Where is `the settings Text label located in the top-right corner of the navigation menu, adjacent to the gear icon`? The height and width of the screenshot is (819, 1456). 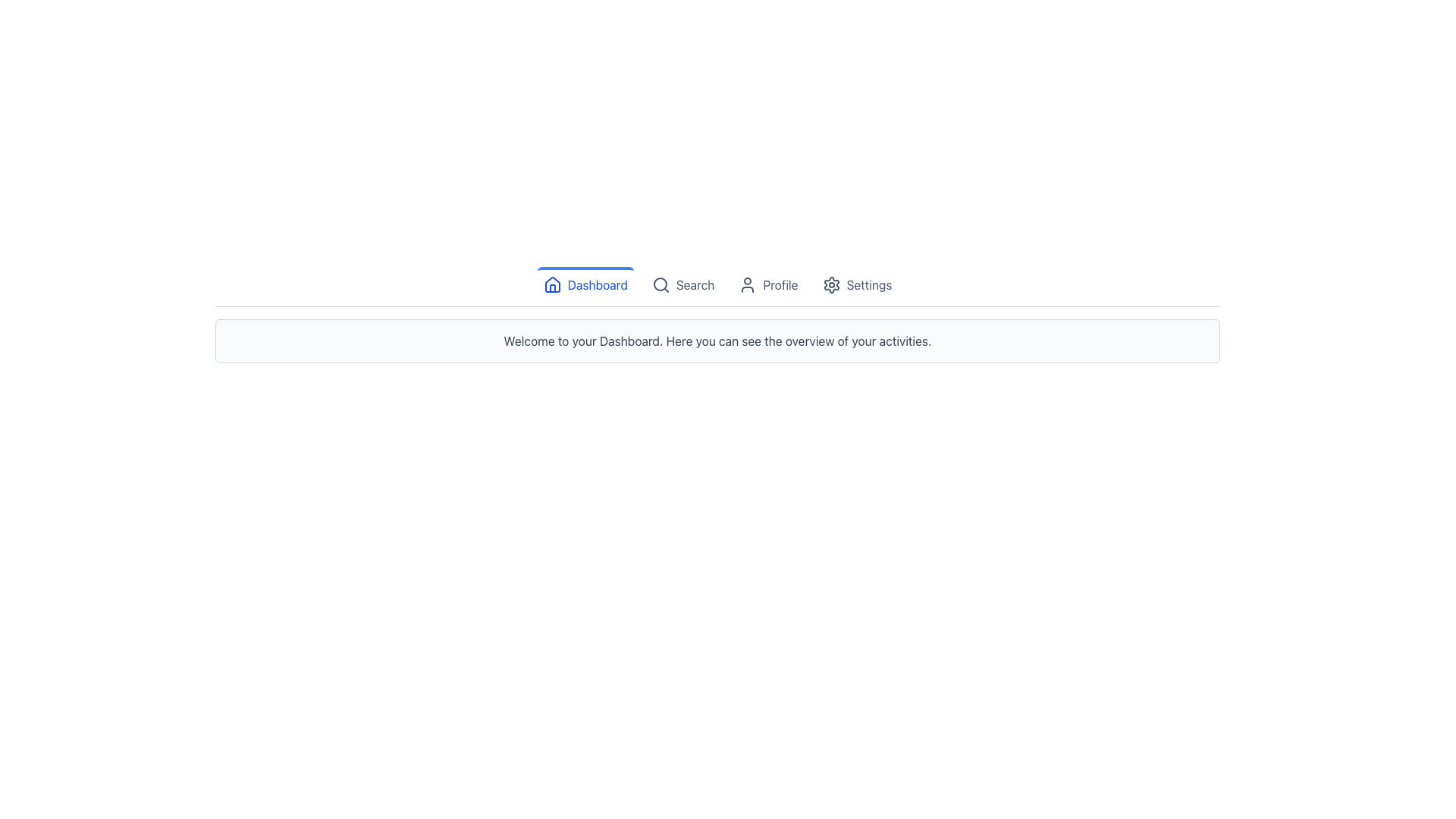 the settings Text label located in the top-right corner of the navigation menu, adjacent to the gear icon is located at coordinates (869, 284).